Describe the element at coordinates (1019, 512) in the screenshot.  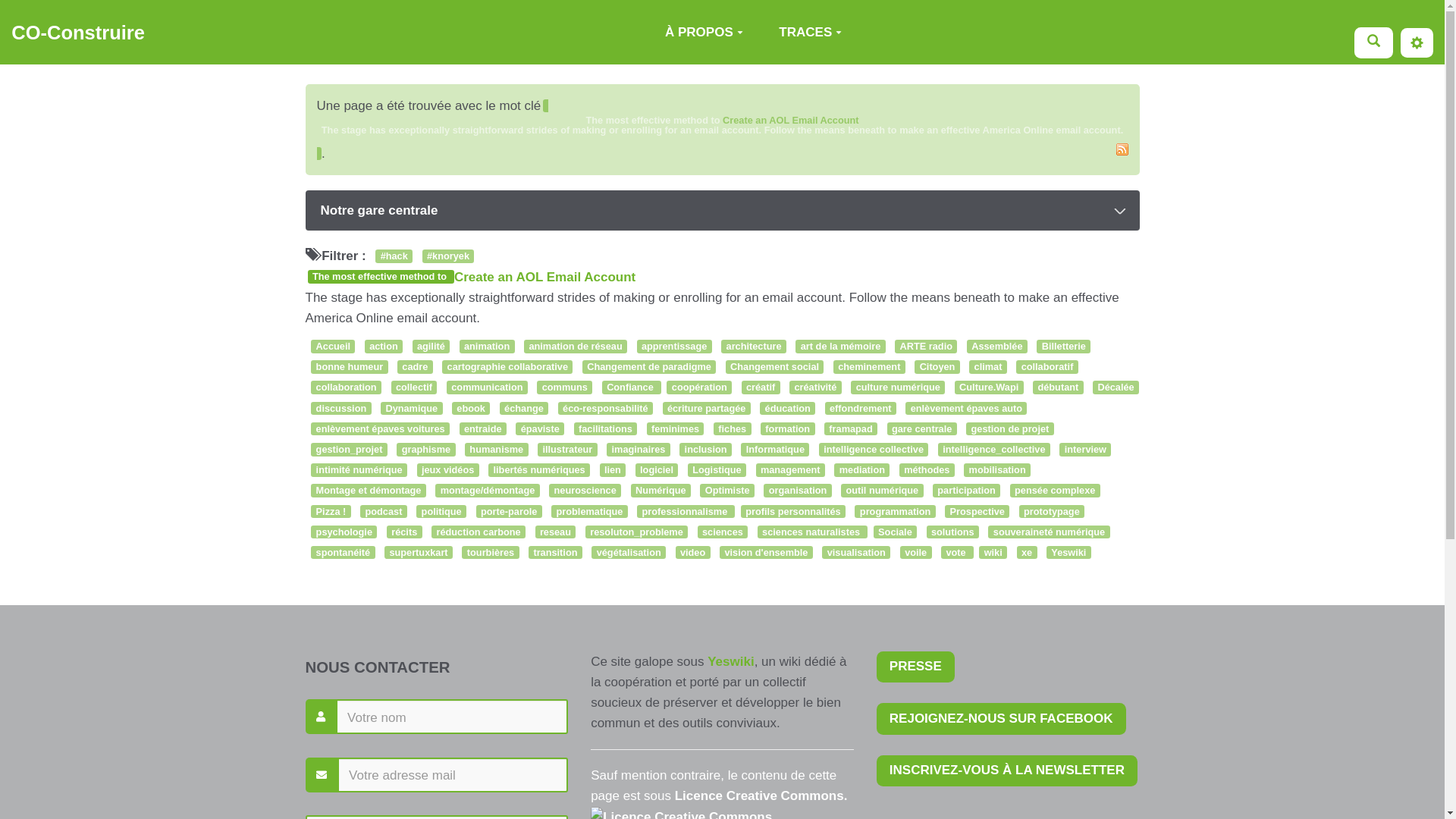
I see `'prototypage'` at that location.